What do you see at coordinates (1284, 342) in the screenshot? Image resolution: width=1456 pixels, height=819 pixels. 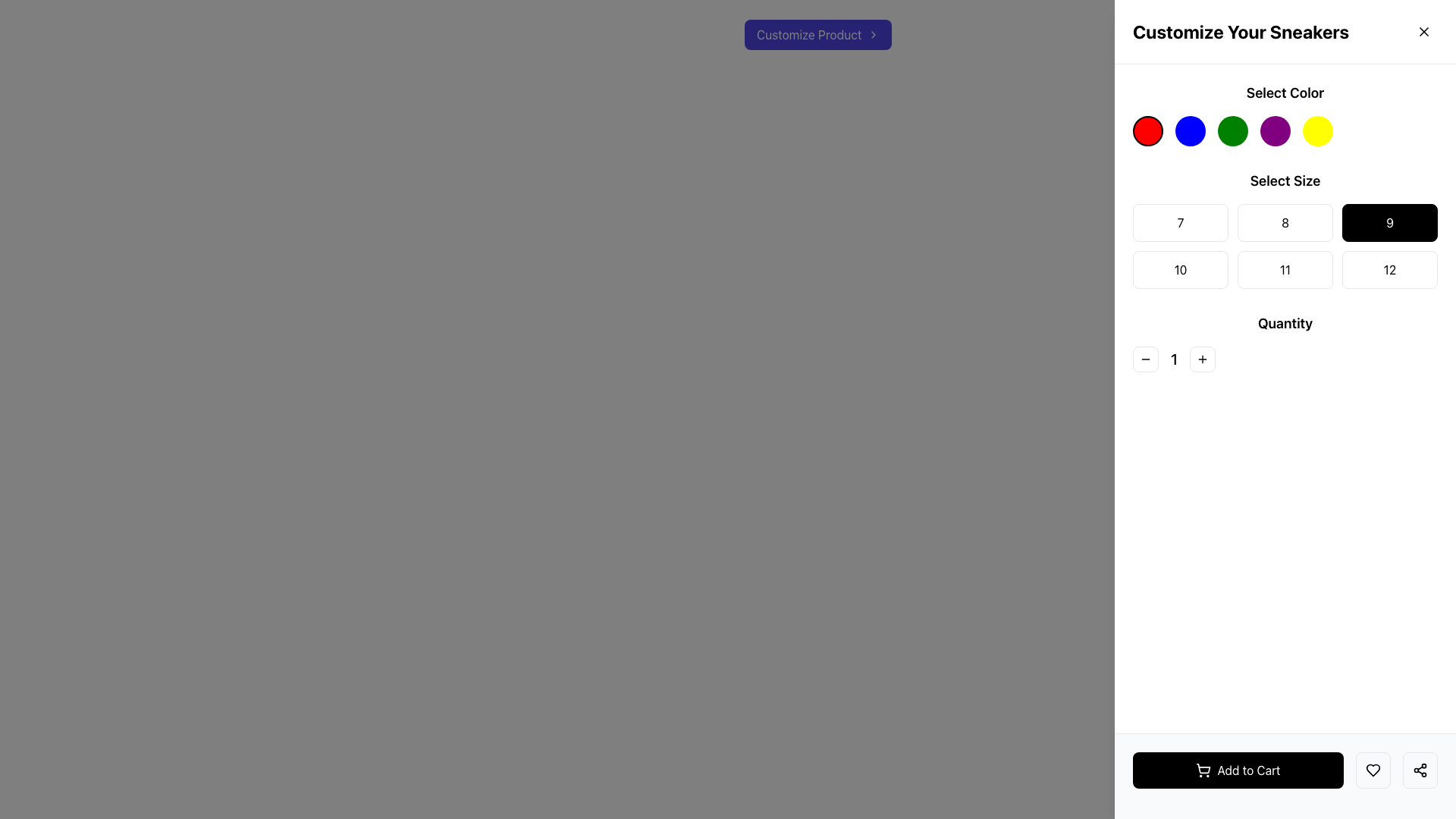 I see `the decrement button of the Interactive quantity selector located in the 'Quantity' section below 'Select Size' to decrease the quantity` at bounding box center [1284, 342].